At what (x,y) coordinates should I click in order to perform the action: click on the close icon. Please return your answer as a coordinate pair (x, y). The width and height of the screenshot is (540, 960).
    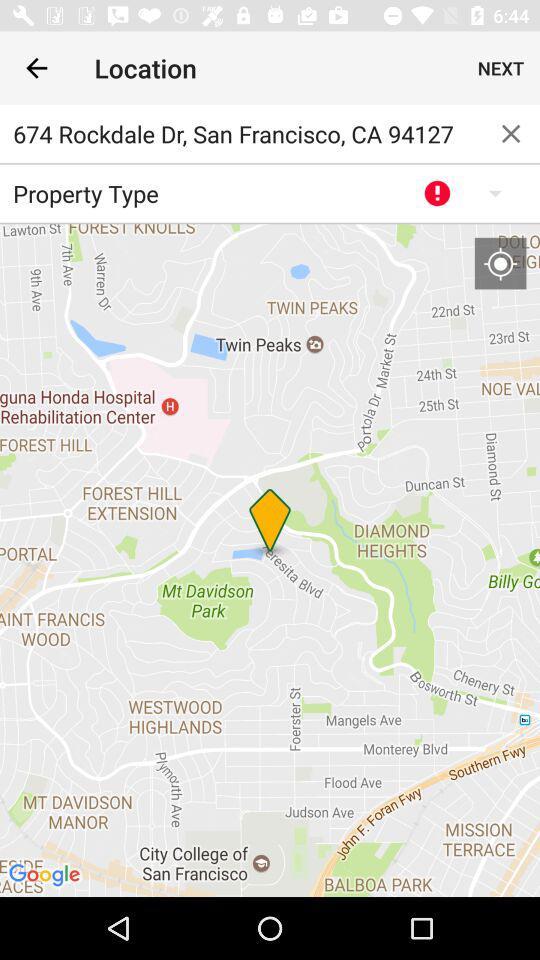
    Looking at the image, I should click on (511, 132).